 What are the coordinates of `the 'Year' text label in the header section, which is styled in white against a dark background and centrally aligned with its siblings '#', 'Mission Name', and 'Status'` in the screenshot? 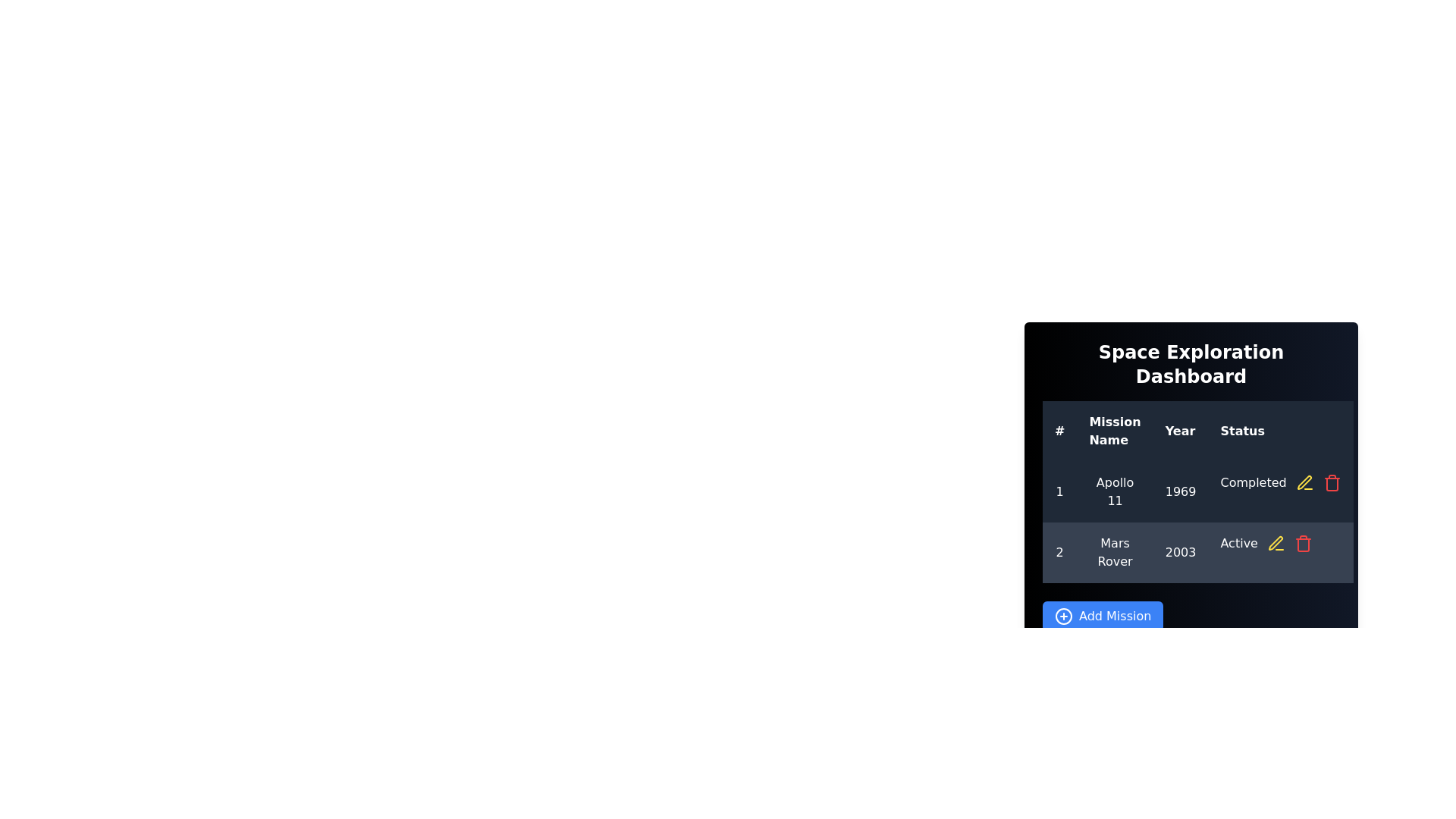 It's located at (1180, 431).